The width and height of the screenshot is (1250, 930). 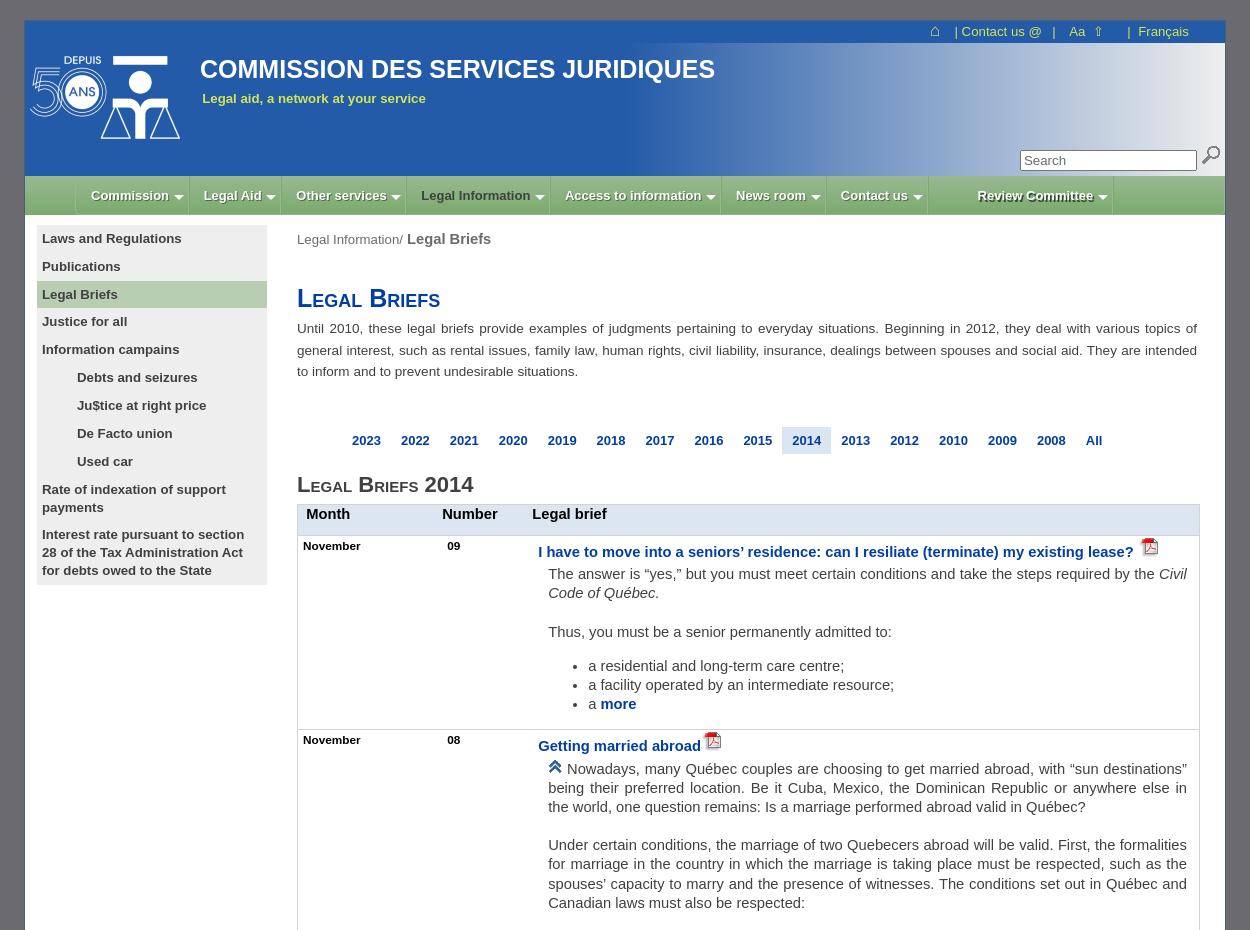 What do you see at coordinates (312, 98) in the screenshot?
I see `'Legal aid, a network at your service'` at bounding box center [312, 98].